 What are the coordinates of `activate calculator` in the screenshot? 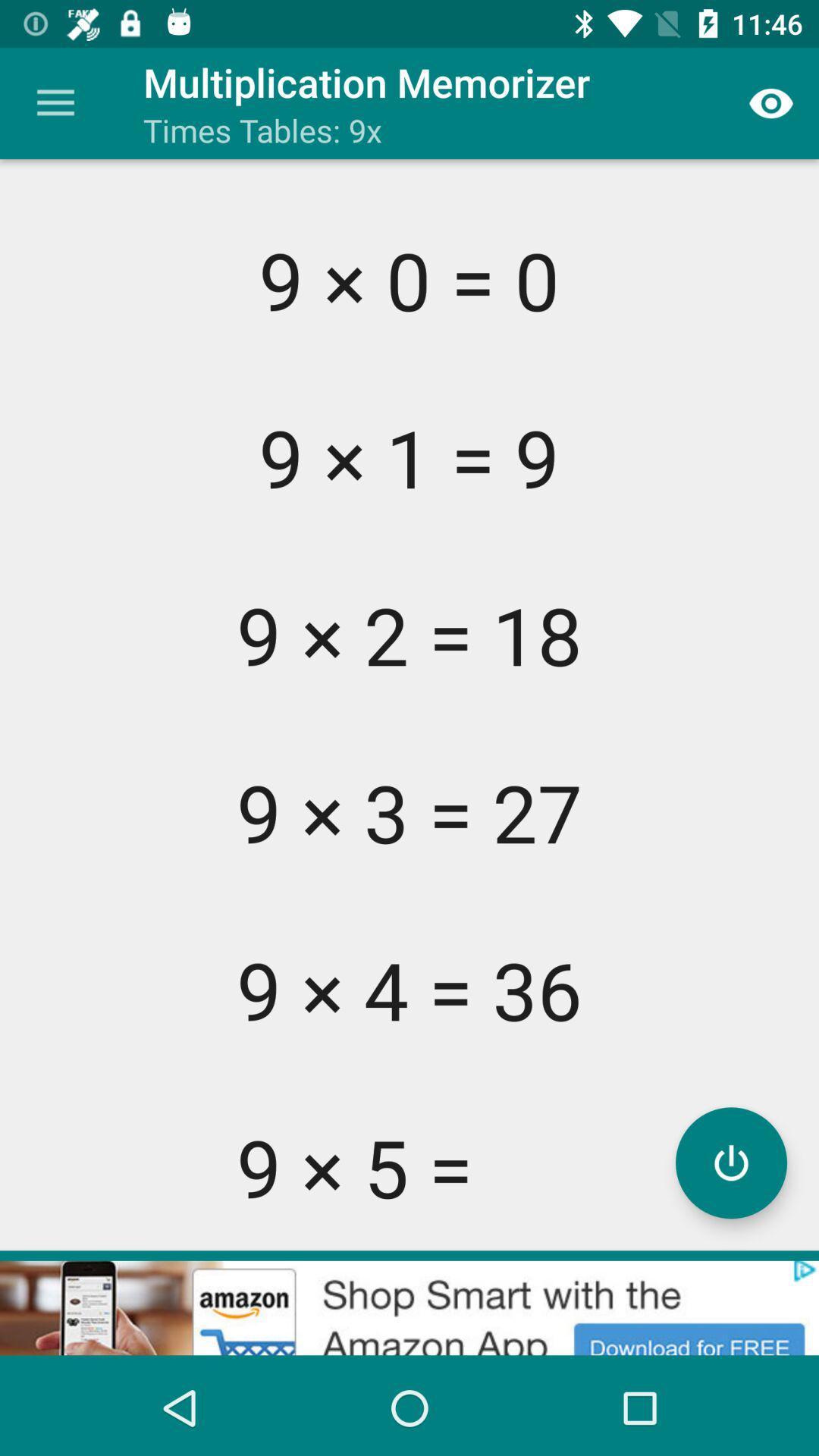 It's located at (730, 1162).